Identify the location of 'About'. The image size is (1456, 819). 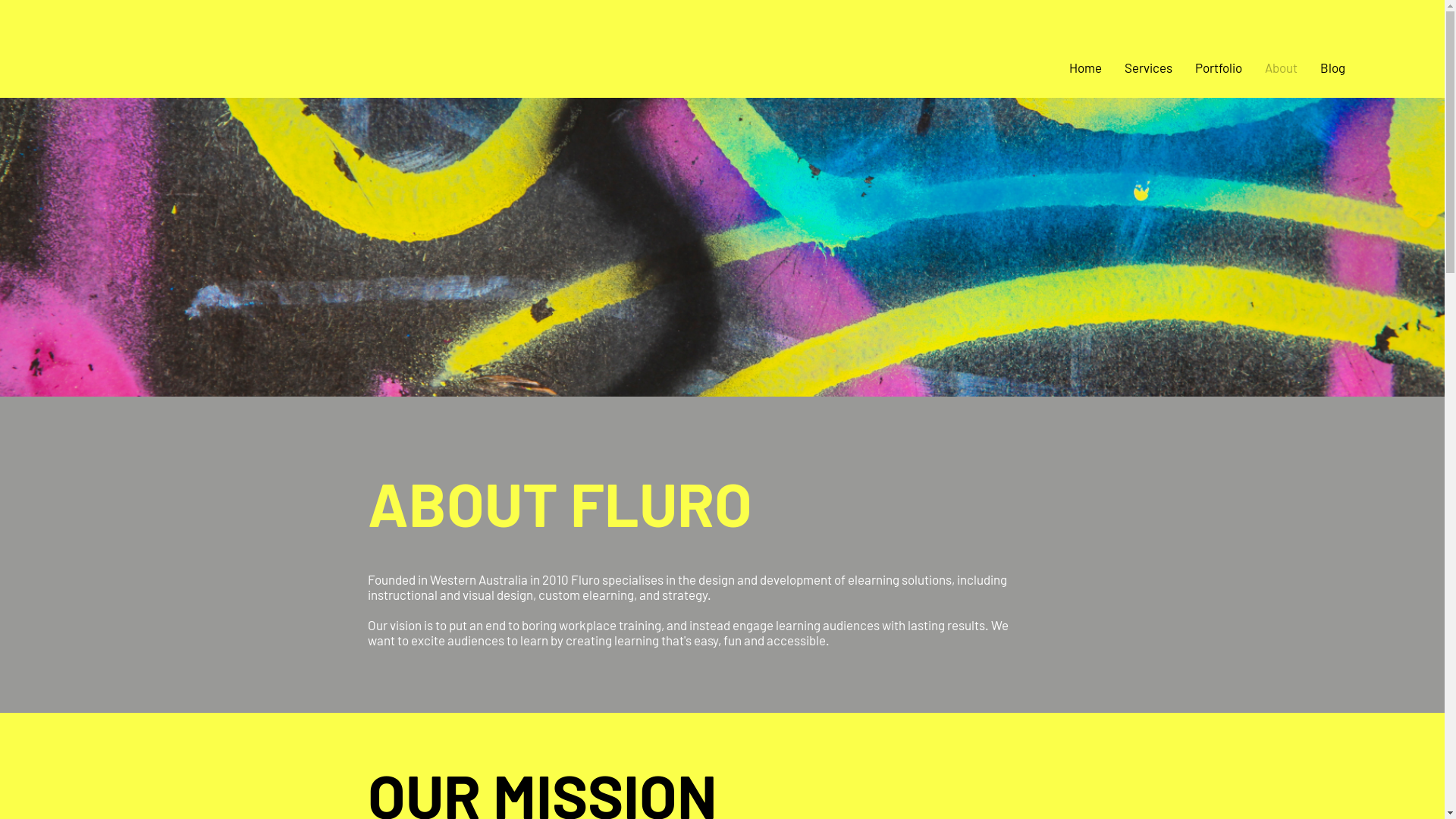
(1280, 66).